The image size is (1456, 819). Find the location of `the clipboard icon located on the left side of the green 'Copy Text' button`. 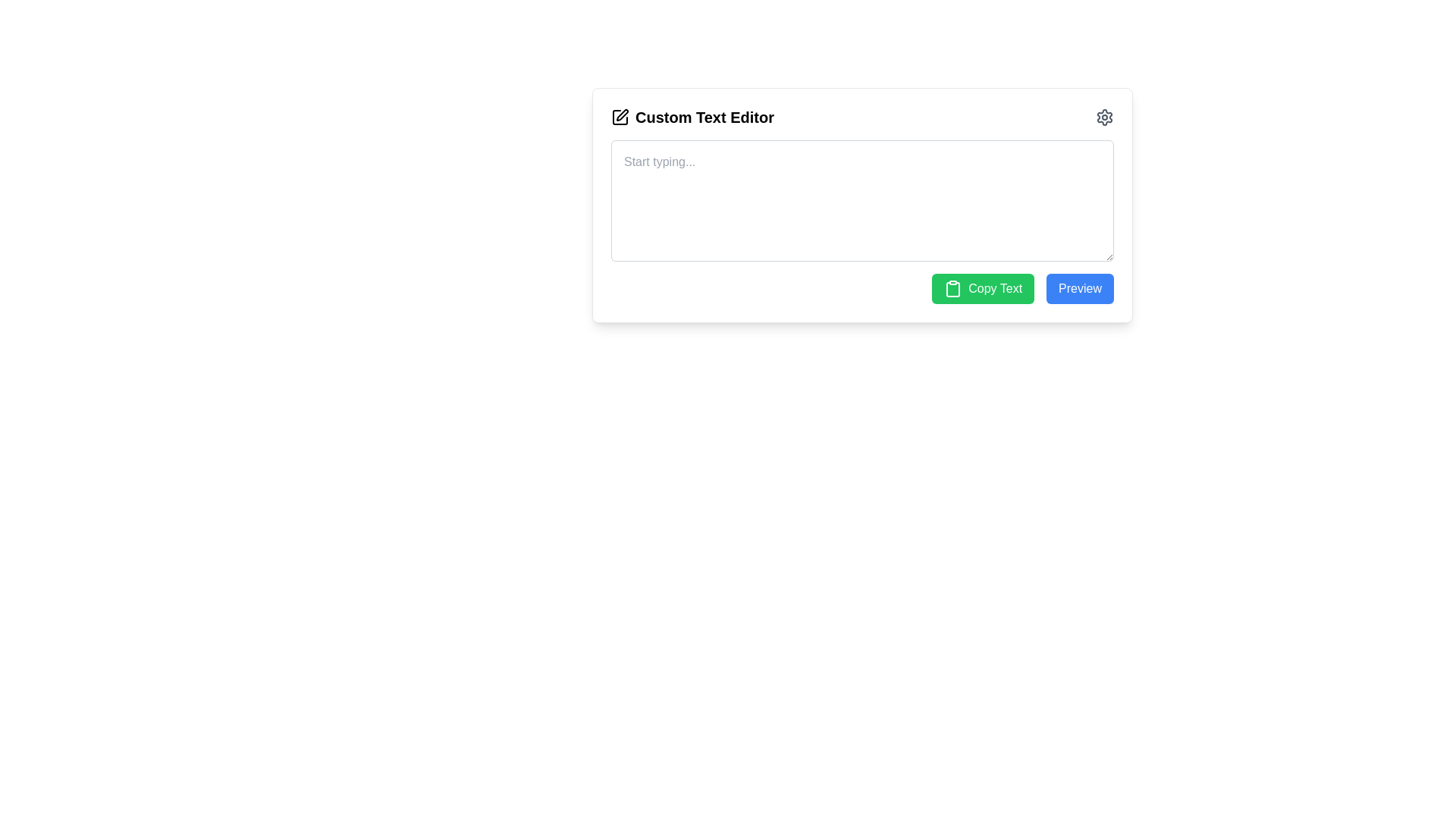

the clipboard icon located on the left side of the green 'Copy Text' button is located at coordinates (952, 289).